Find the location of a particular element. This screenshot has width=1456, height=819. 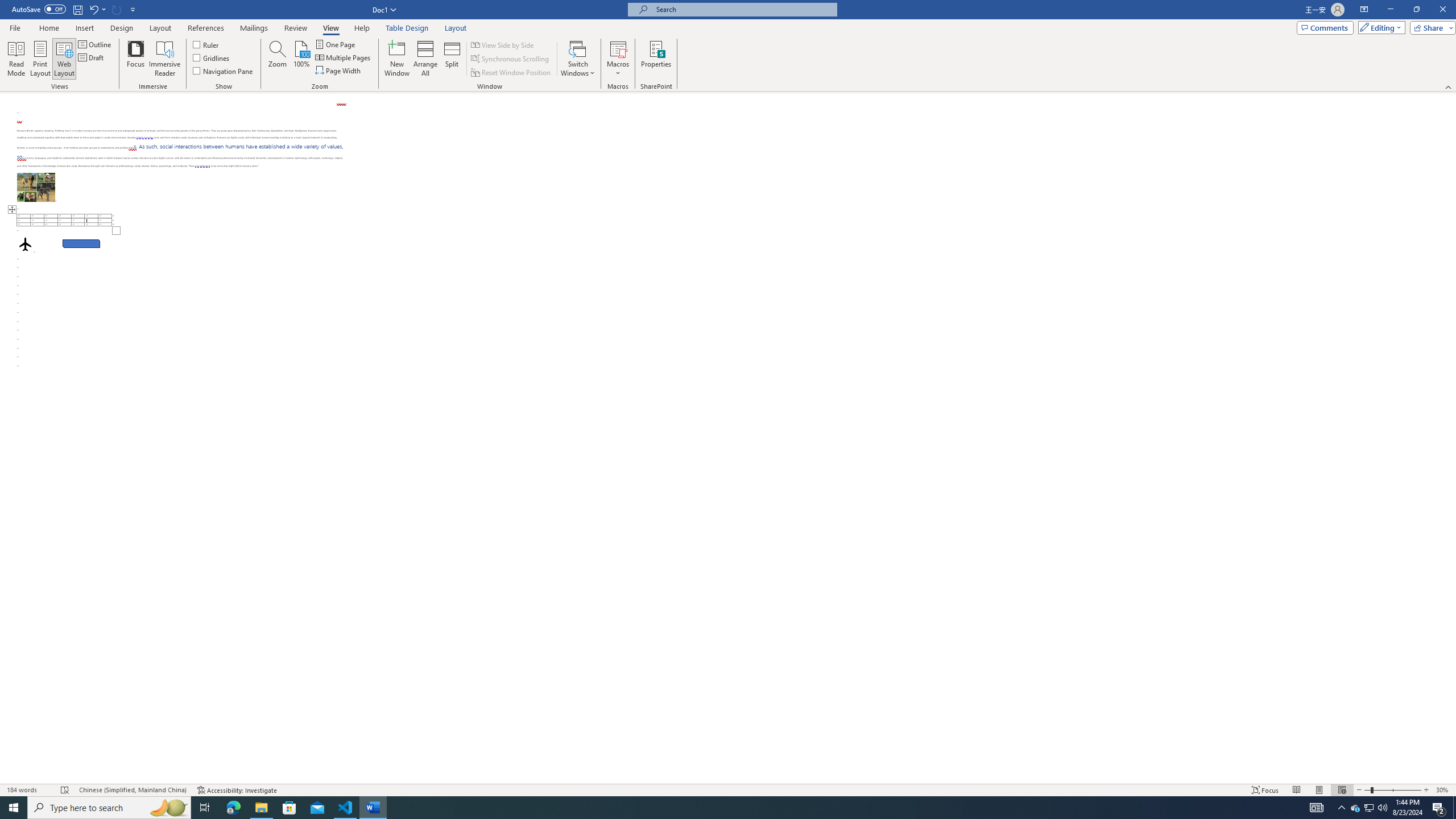

'Review' is located at coordinates (295, 28).